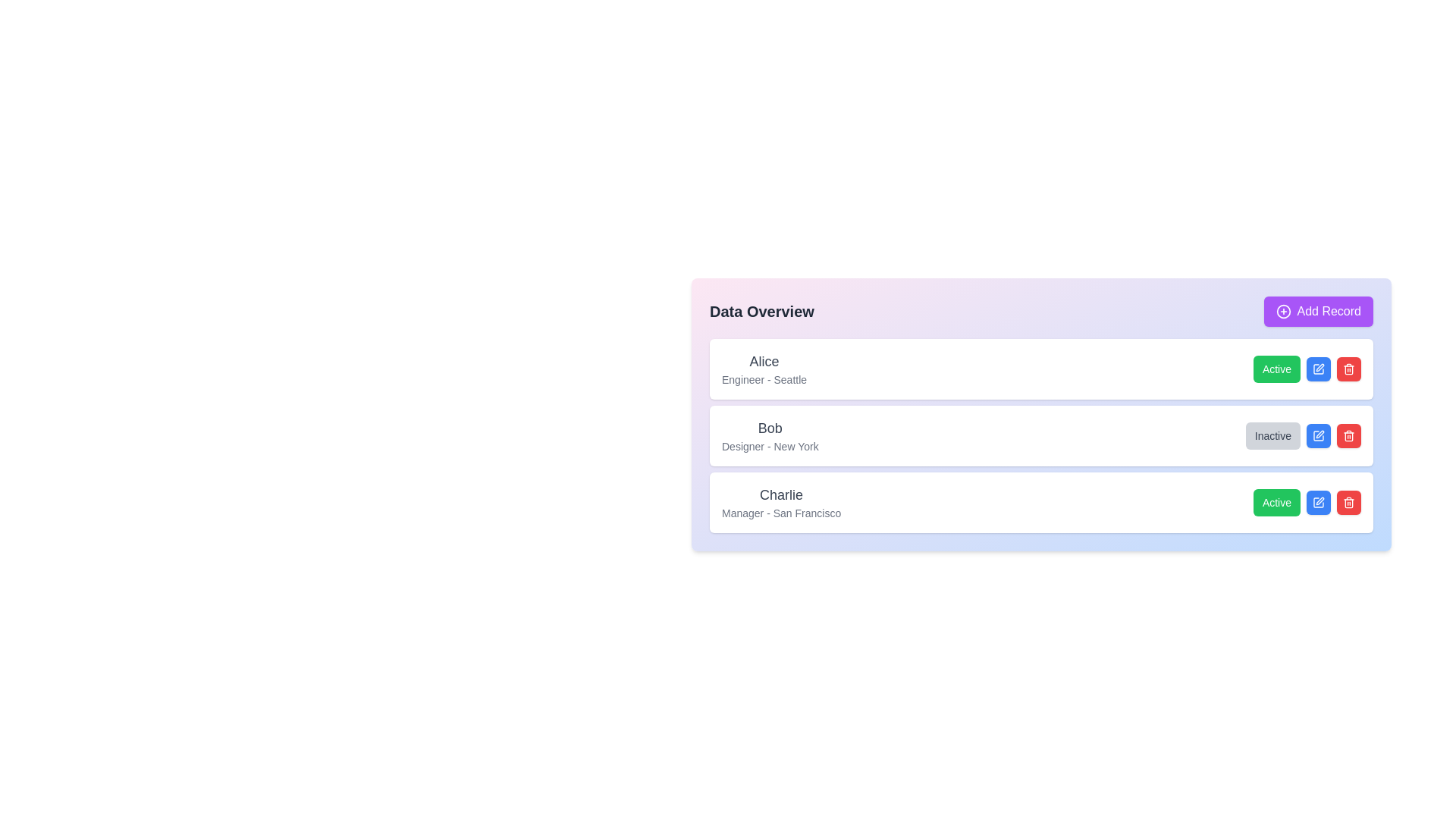  I want to click on the delete icon button for the 'Bob' user entry, which is the third control button in the rightmost section of the second row, so click(1349, 369).